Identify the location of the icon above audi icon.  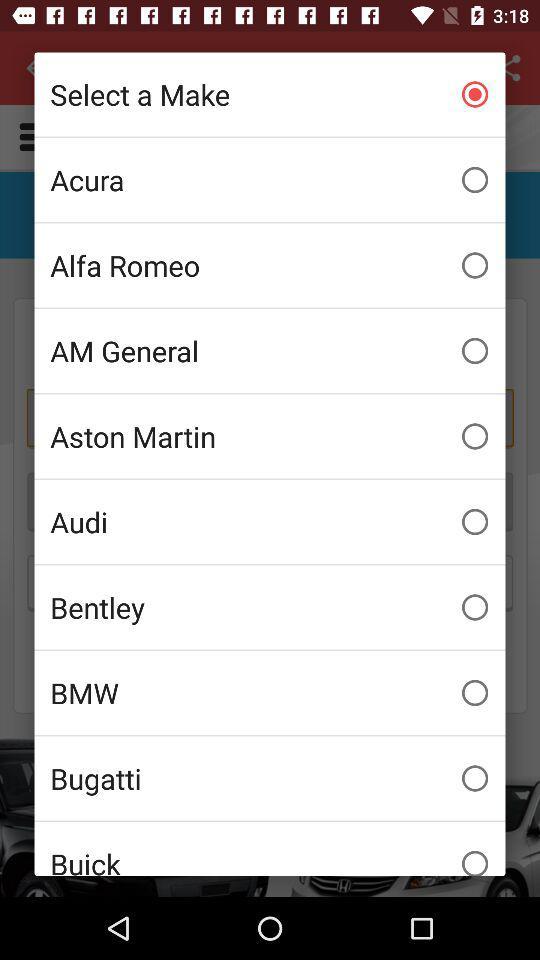
(270, 436).